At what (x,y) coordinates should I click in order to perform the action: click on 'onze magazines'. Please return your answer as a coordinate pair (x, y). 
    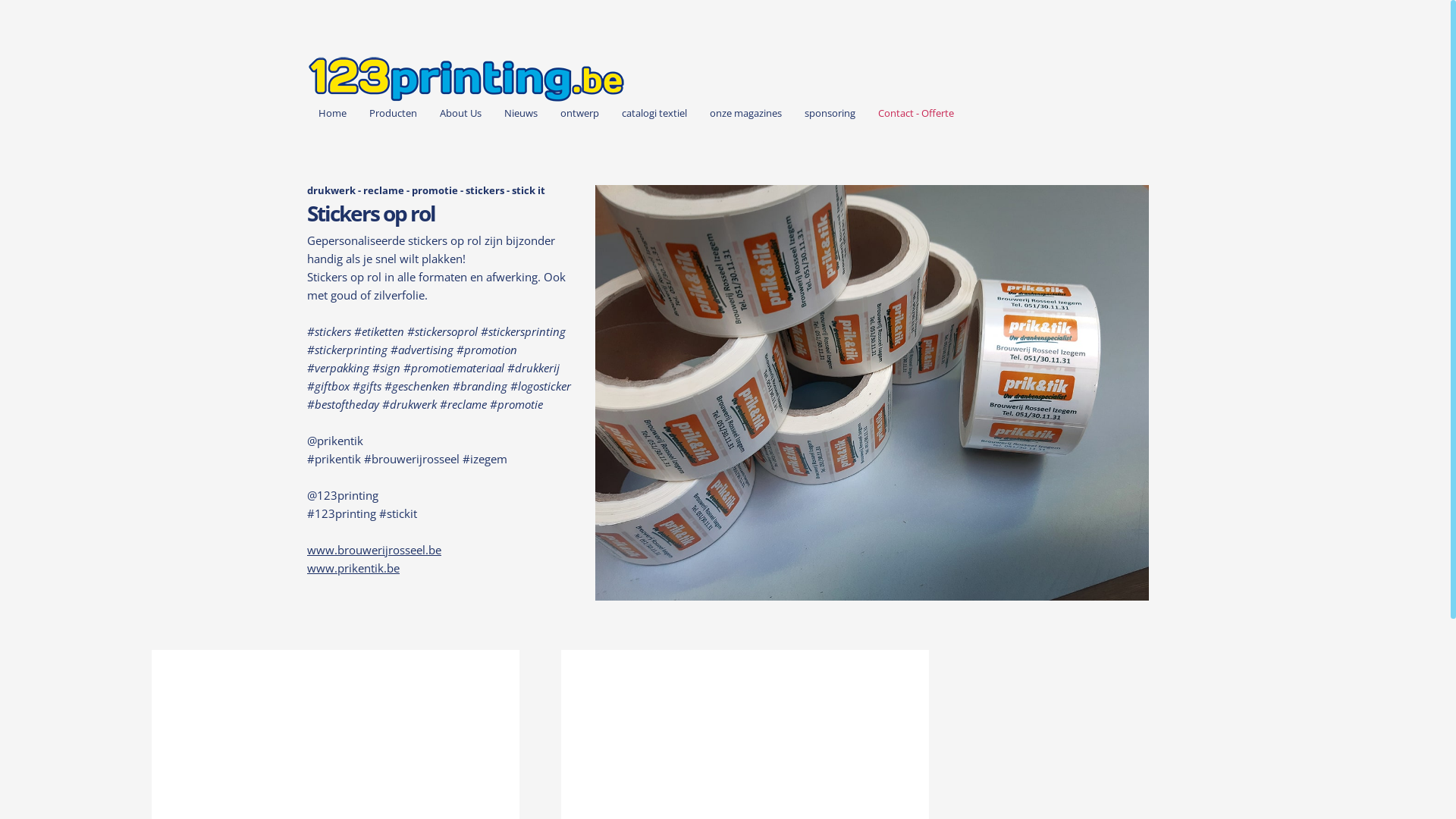
    Looking at the image, I should click on (698, 113).